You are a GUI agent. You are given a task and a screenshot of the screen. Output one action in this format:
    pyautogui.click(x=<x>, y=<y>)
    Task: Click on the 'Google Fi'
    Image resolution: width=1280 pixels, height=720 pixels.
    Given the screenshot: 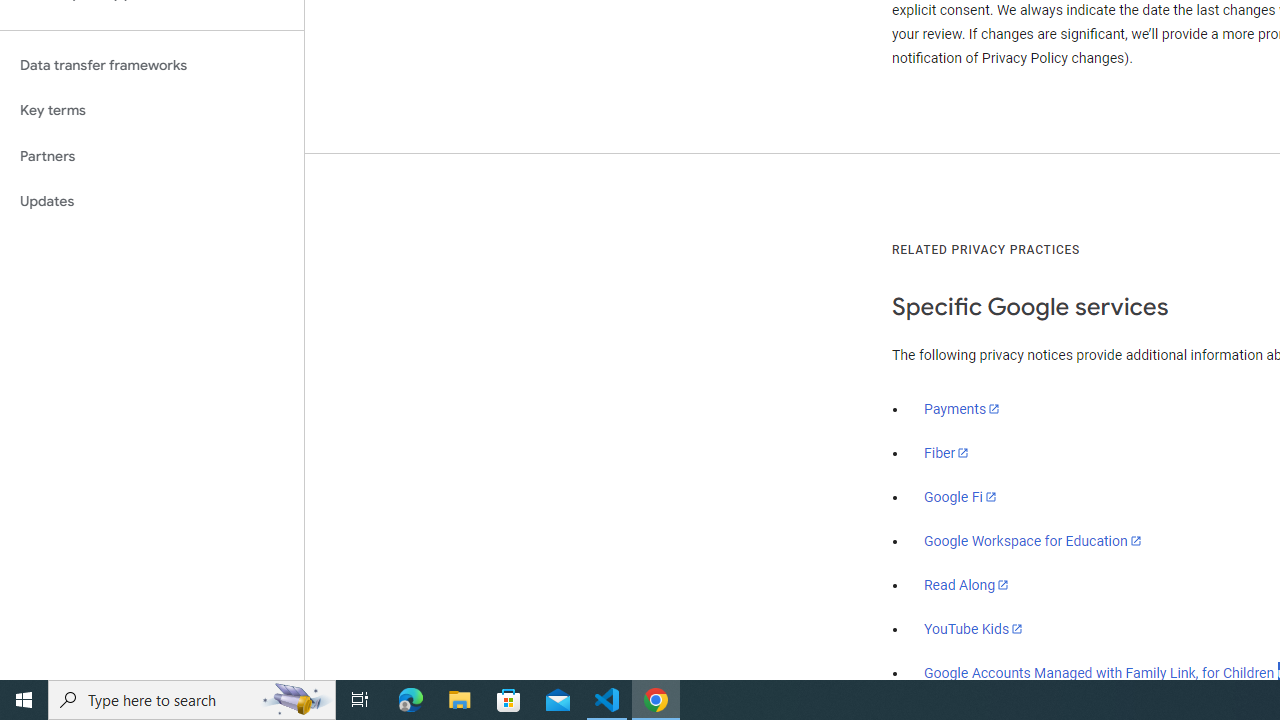 What is the action you would take?
    pyautogui.click(x=960, y=496)
    